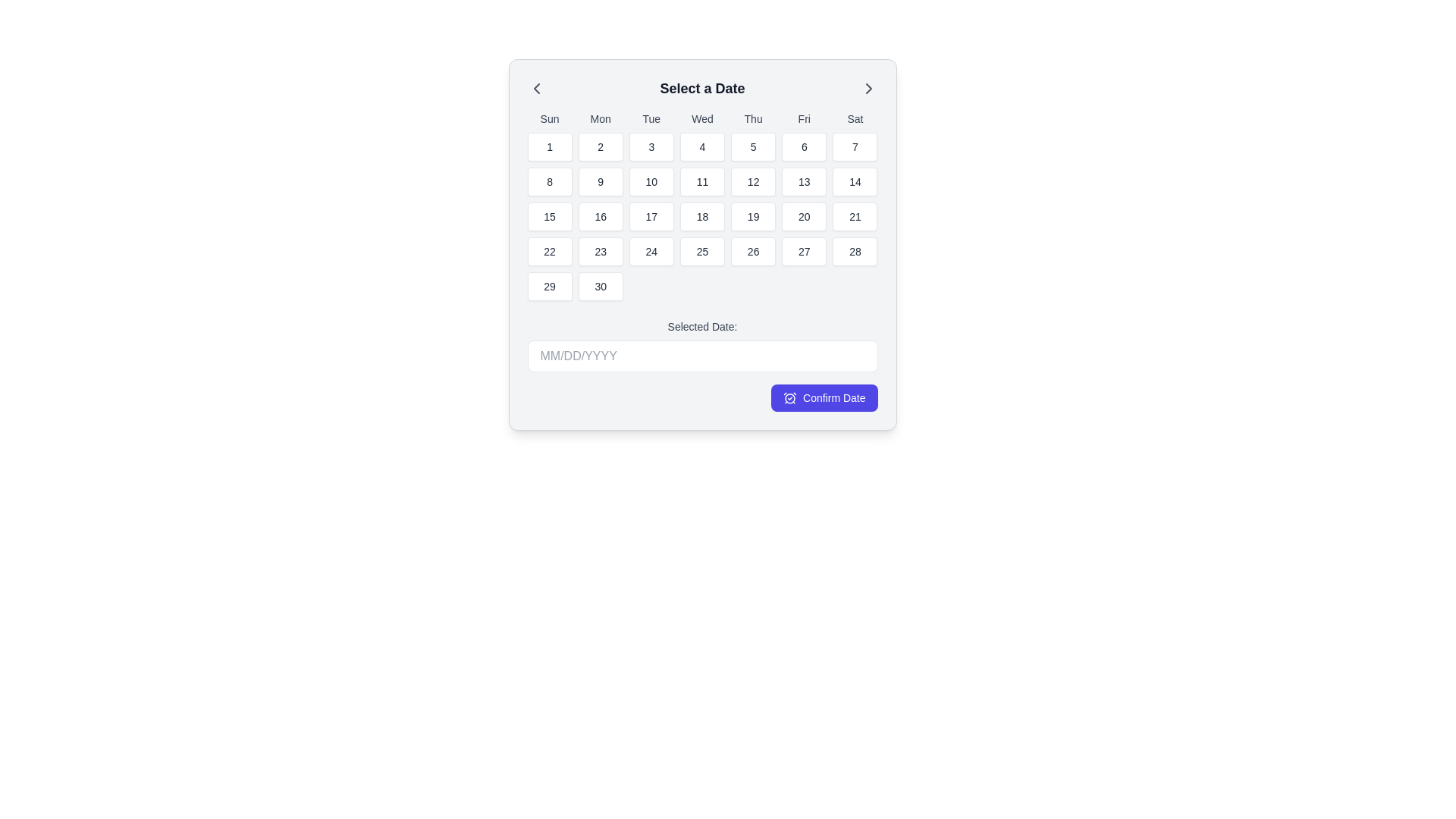 The height and width of the screenshot is (819, 1456). I want to click on the circular graphical icon resembling a clock's face, which is integrated within the purple confirmation button located at the bottom right of the calendar selection dialog box, so click(789, 397).